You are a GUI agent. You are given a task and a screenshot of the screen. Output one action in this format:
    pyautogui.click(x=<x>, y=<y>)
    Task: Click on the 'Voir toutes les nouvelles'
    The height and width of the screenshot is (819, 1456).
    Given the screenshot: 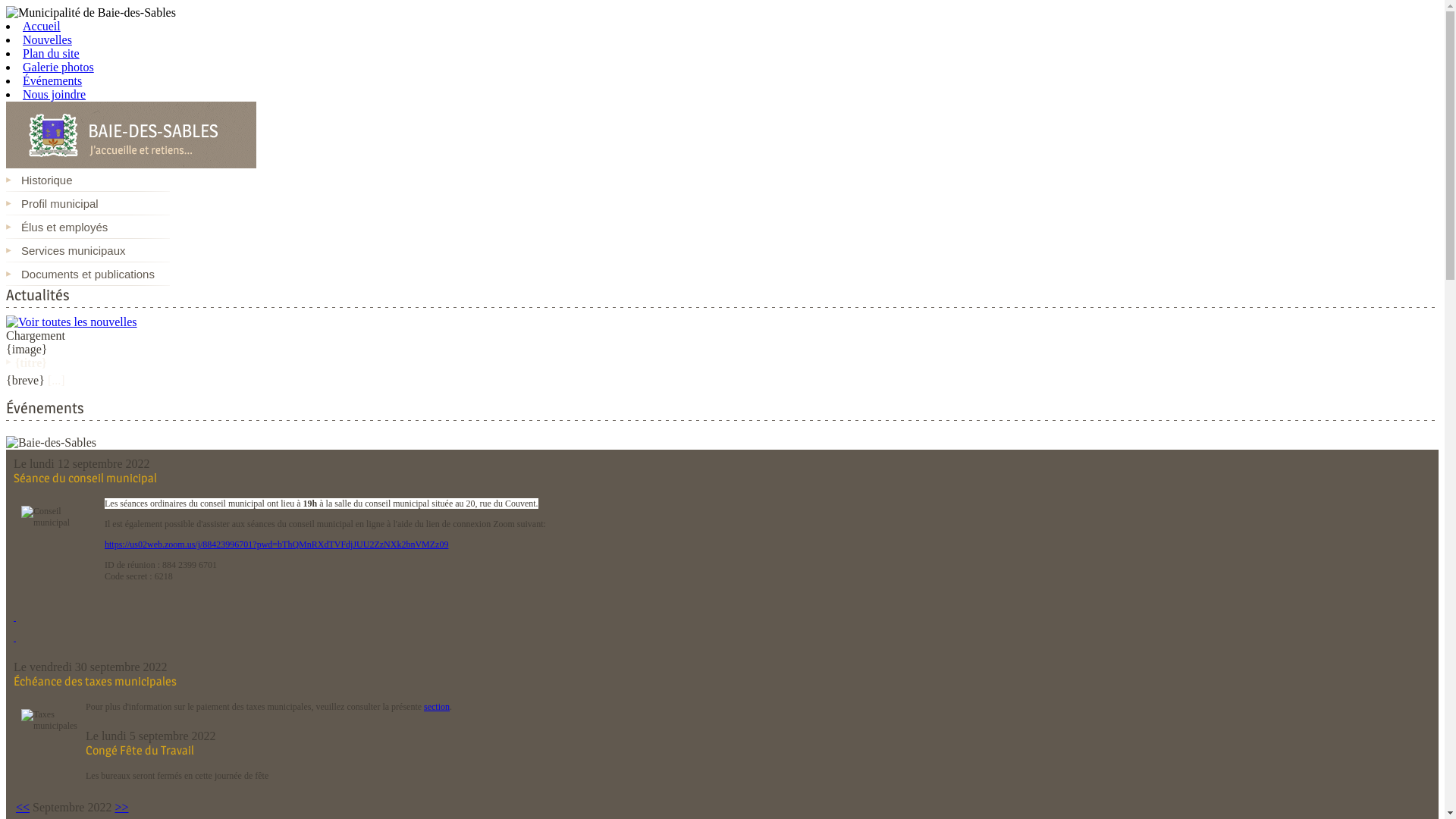 What is the action you would take?
    pyautogui.click(x=71, y=321)
    